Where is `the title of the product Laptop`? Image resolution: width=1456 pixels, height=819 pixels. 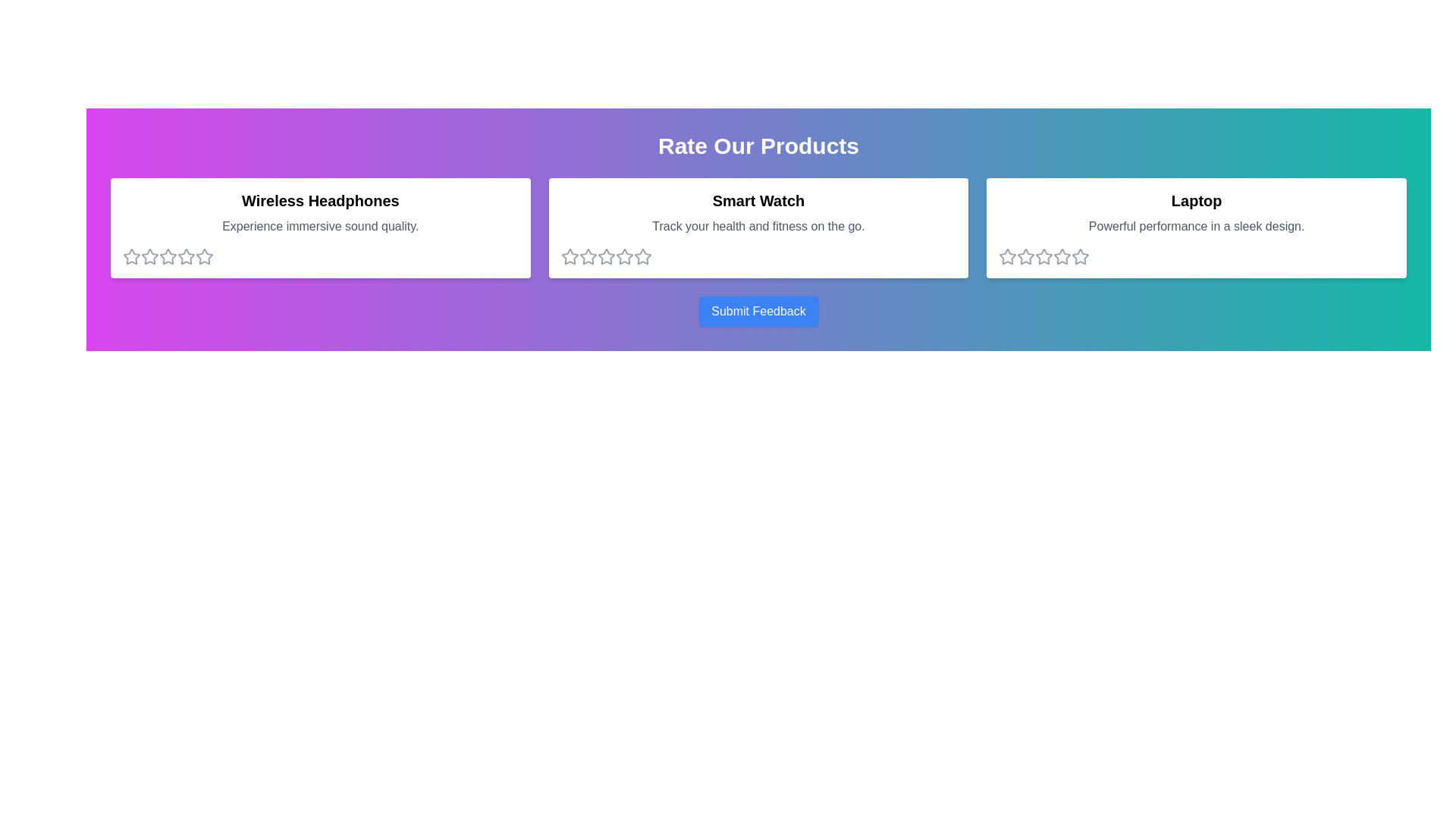
the title of the product Laptop is located at coordinates (1196, 200).